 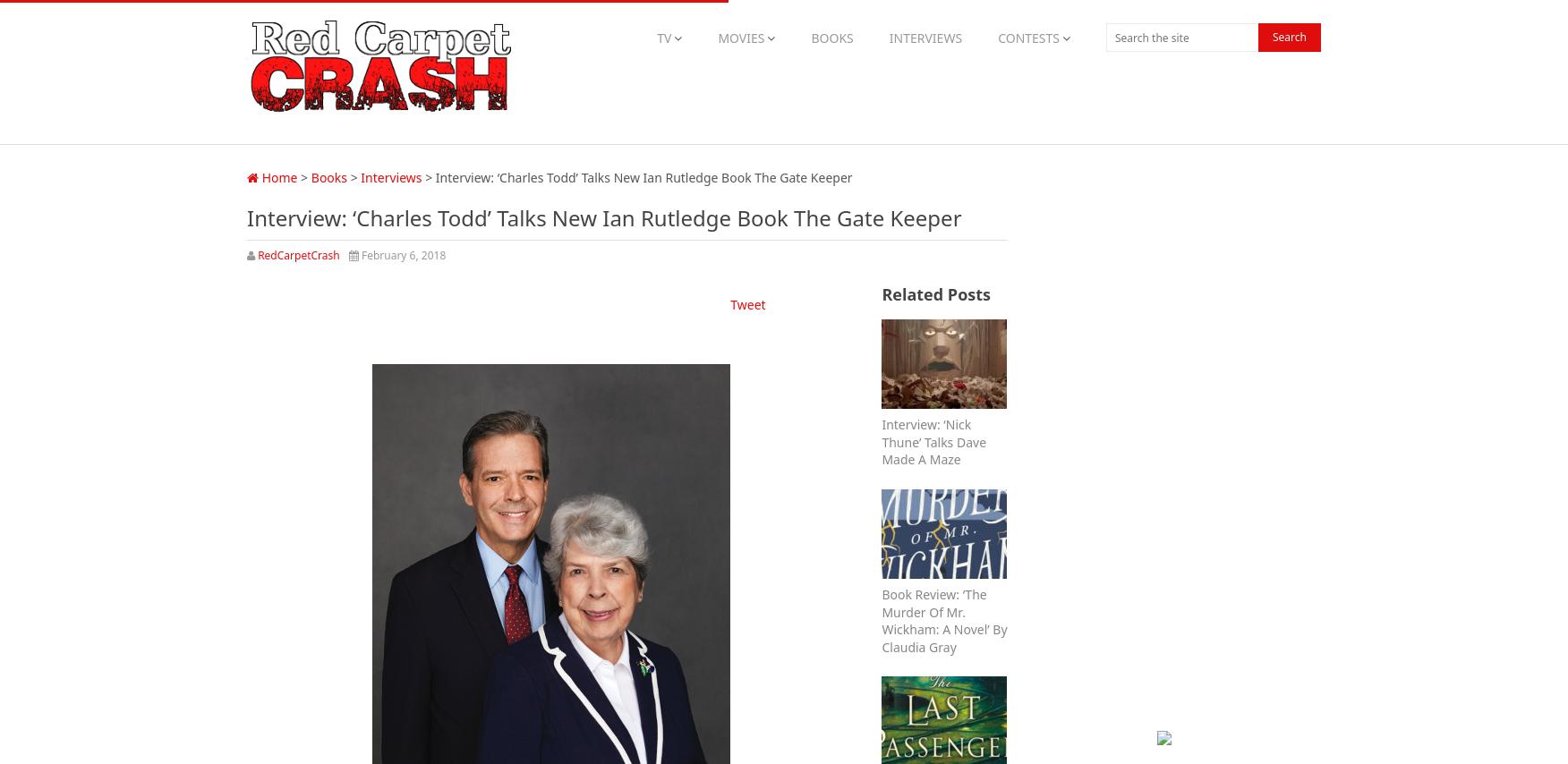 What do you see at coordinates (746, 304) in the screenshot?
I see `'Tweet'` at bounding box center [746, 304].